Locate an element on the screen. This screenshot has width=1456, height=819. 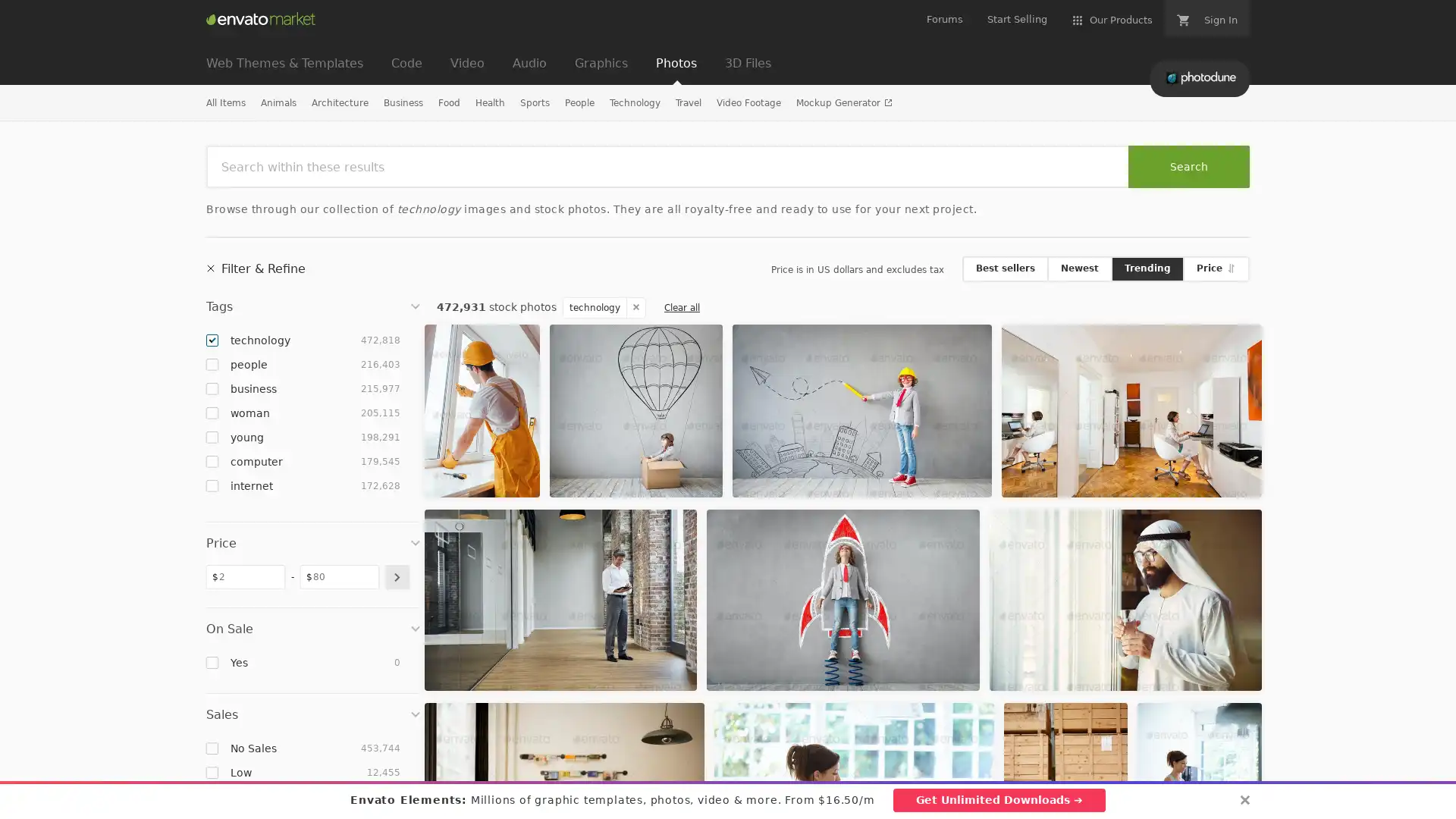
Add to Favorites is located at coordinates (971, 343).